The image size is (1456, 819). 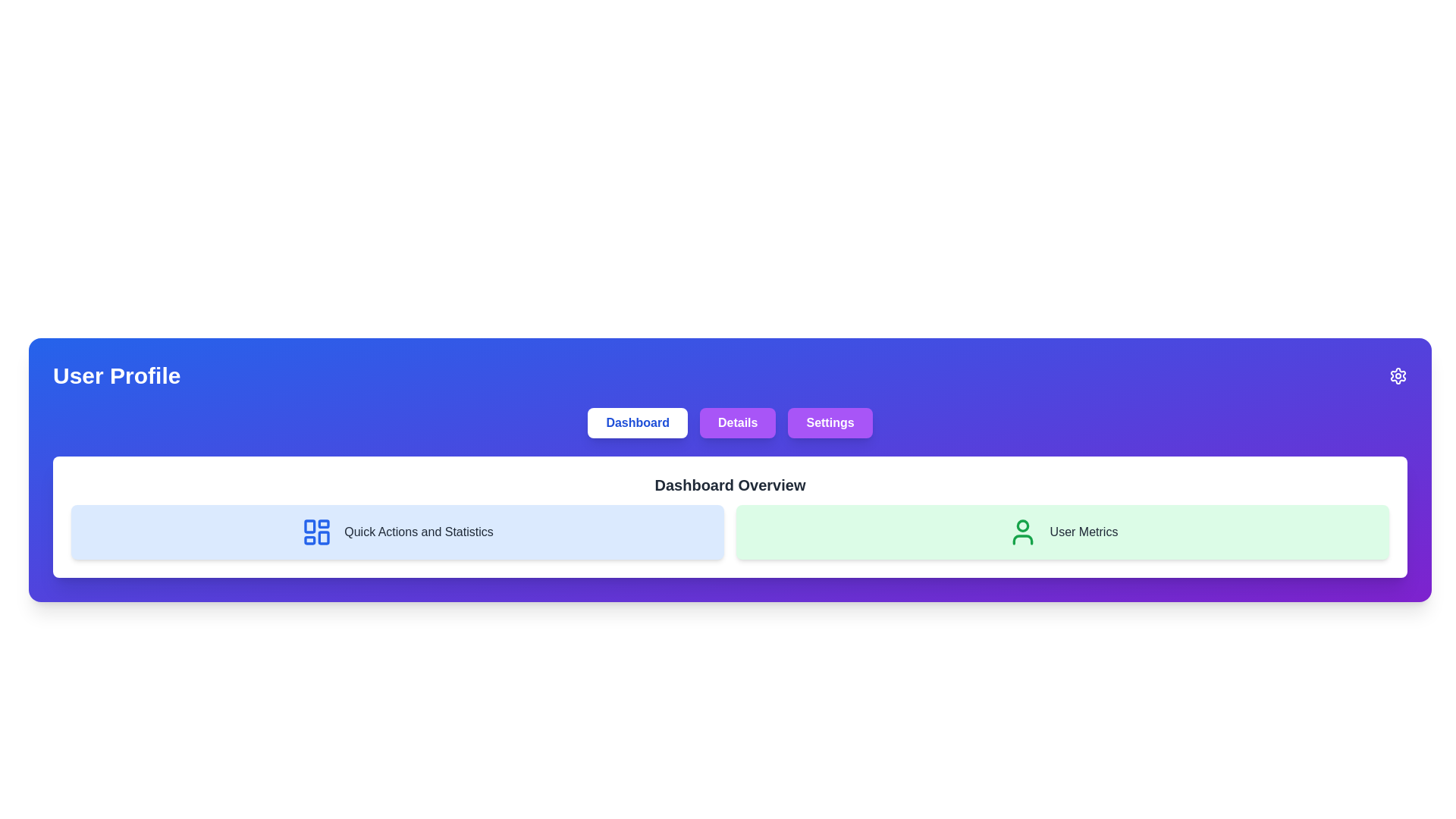 I want to click on the user icon with a green outline, featuring a circle for the head and rounded rectangular shoulders, located in the center-left section of the green 'User Metrics' card on the right side of the 'Dashboard Overview' row, so click(x=1022, y=532).